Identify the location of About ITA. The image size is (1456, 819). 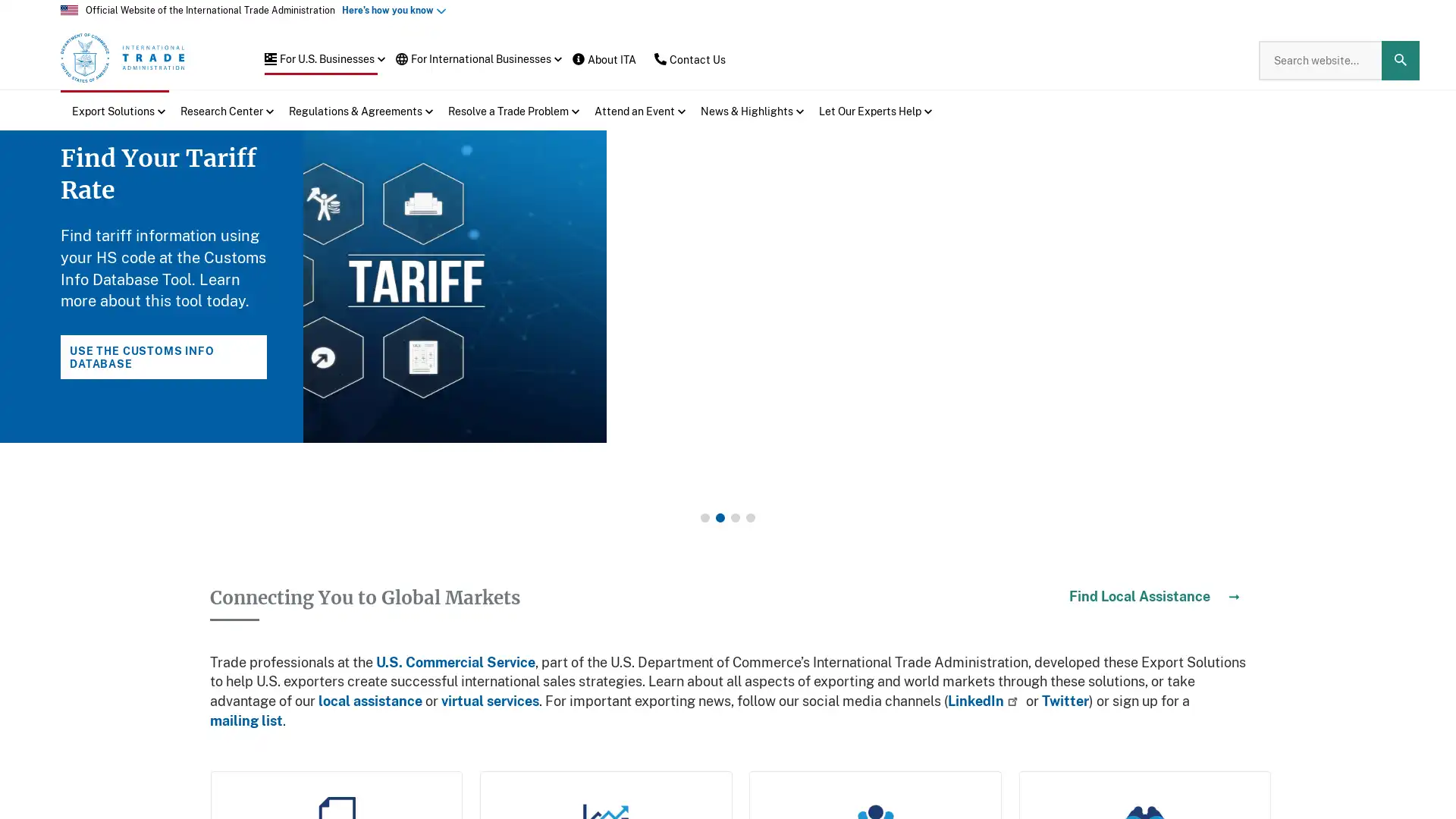
(603, 58).